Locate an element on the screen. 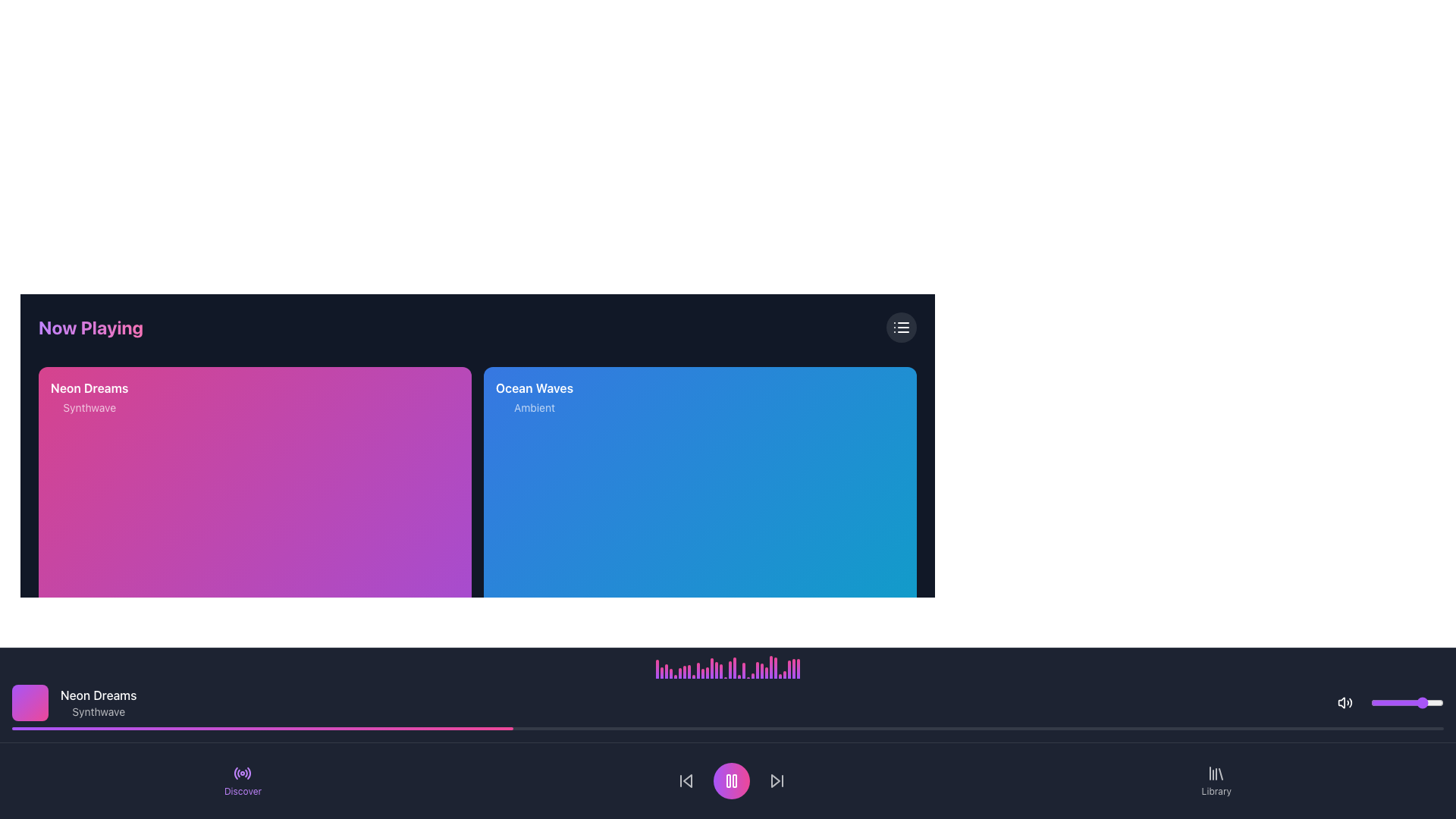 The height and width of the screenshot is (819, 1456). the second-to-last vertical bar in a horizontal bar chart, which has a gradient color from purple to pink and rounded upper corners is located at coordinates (792, 670).